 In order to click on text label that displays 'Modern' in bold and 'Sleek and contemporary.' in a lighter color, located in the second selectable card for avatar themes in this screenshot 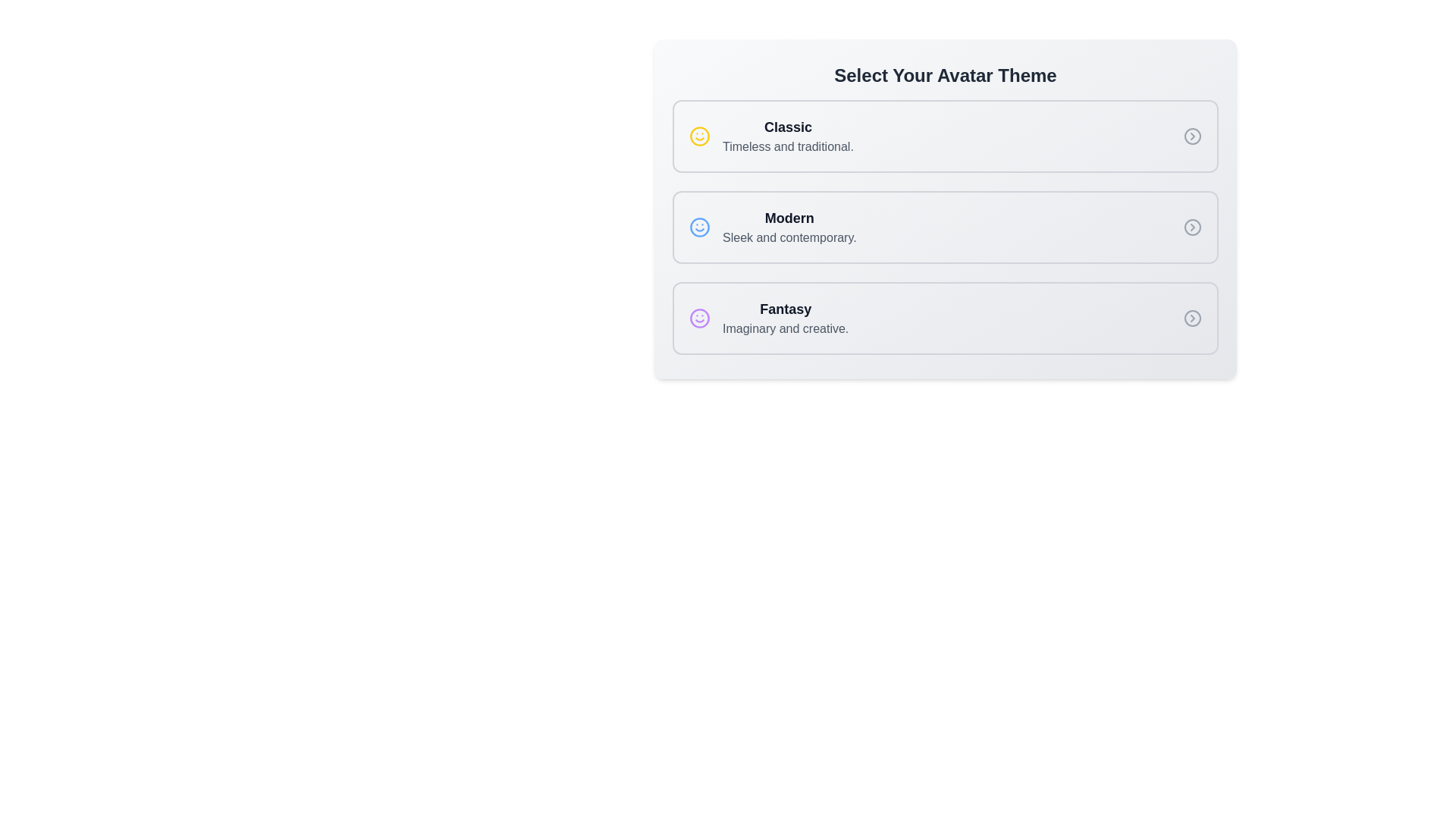, I will do `click(789, 227)`.